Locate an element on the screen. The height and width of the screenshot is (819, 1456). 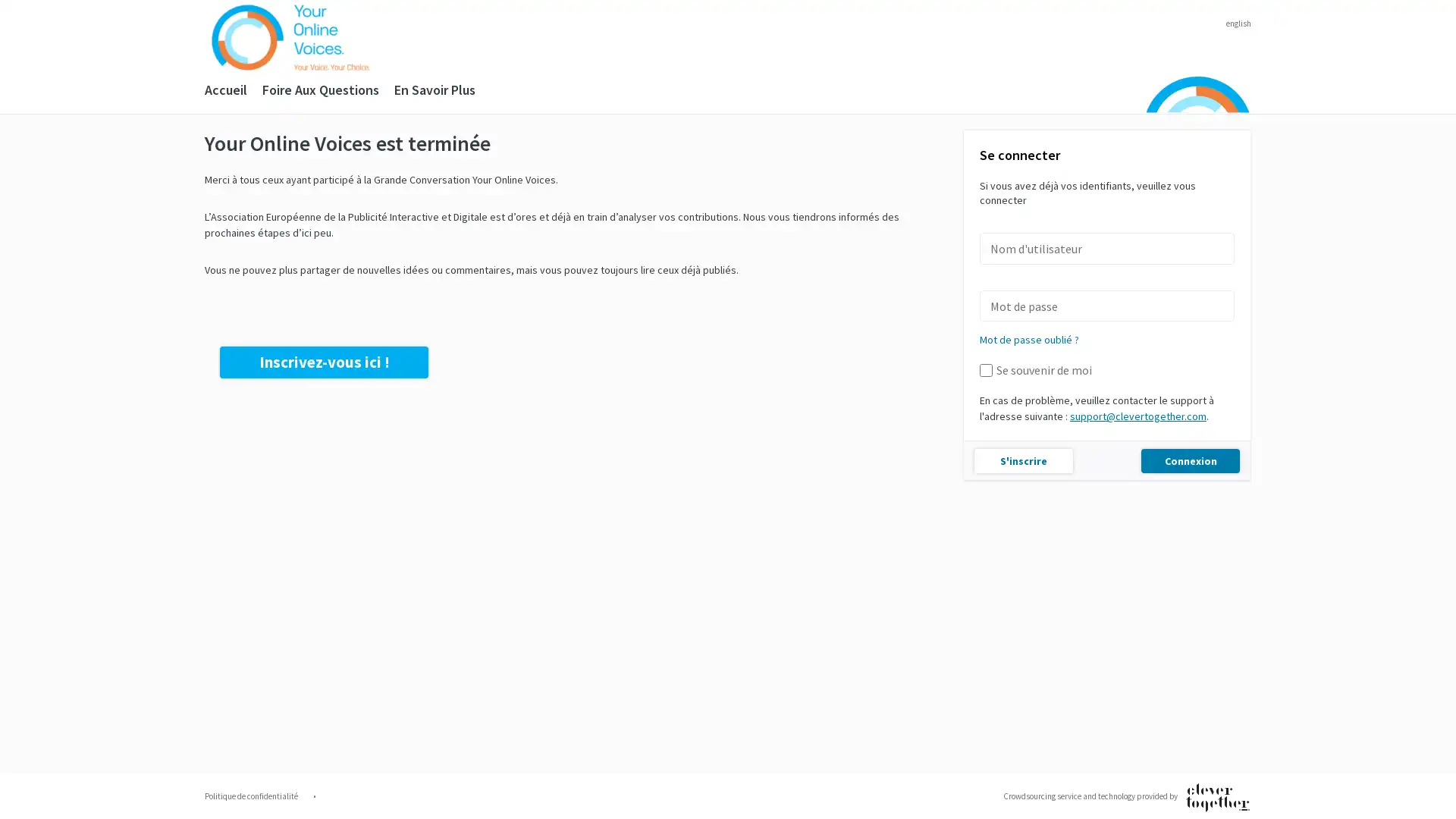
Mot de passe oublie ? is located at coordinates (1029, 338).